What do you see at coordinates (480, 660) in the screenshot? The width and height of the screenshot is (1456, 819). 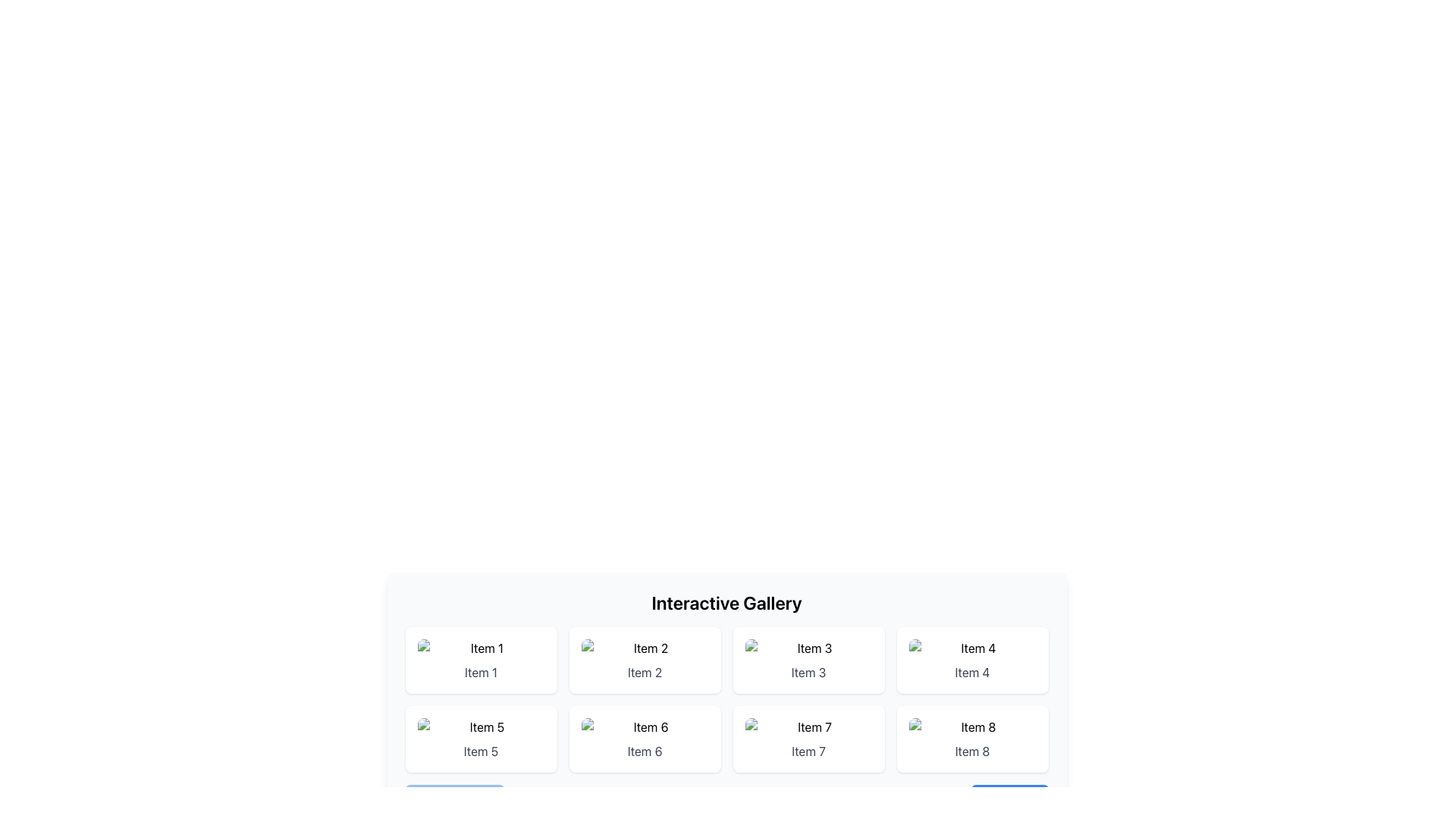 I see `the Static display card representing 'Item 1', which is located at the top-left of a 4-column grid layout` at bounding box center [480, 660].